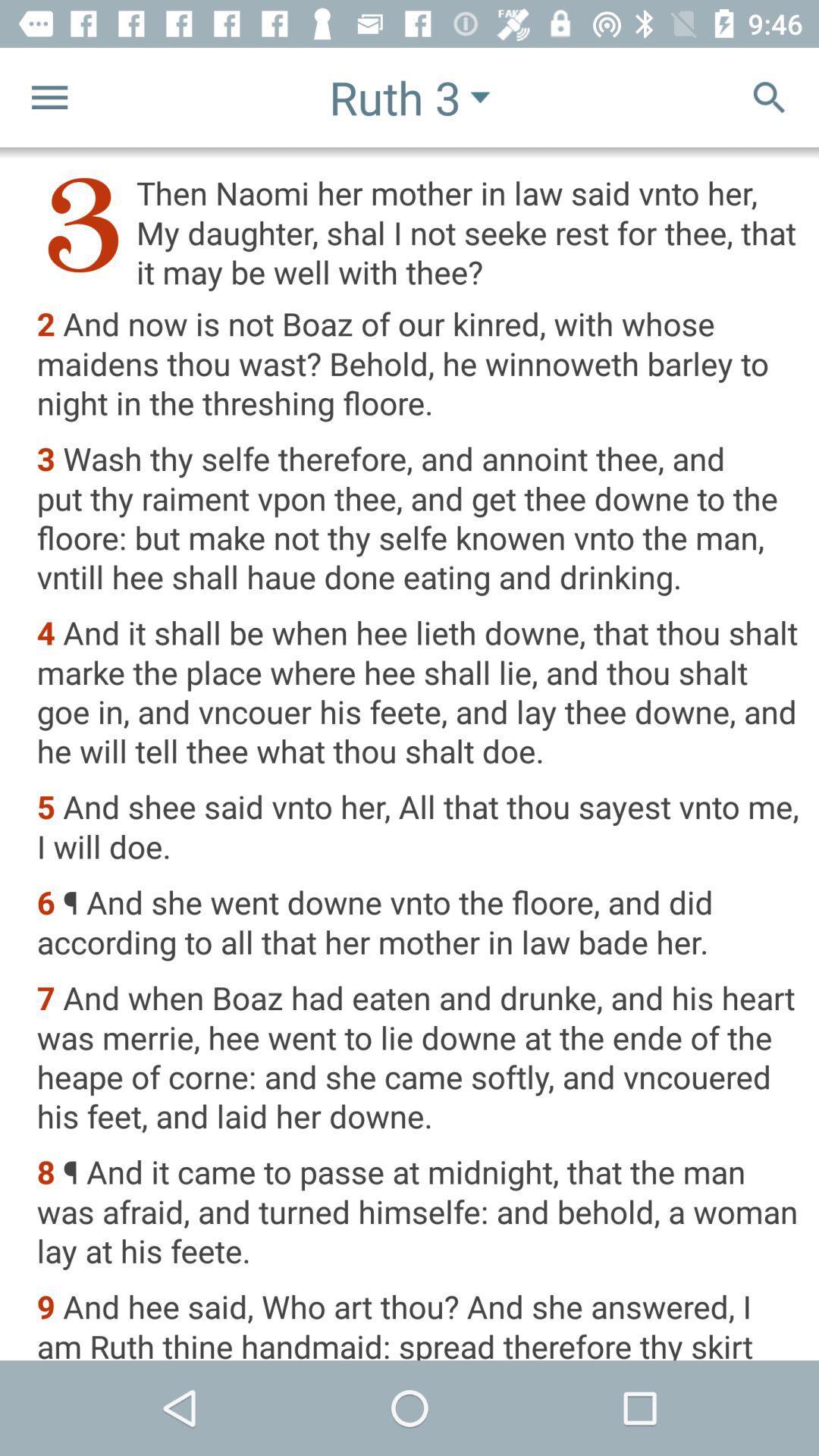 Image resolution: width=819 pixels, height=1456 pixels. I want to click on the 5 and shee icon, so click(418, 827).